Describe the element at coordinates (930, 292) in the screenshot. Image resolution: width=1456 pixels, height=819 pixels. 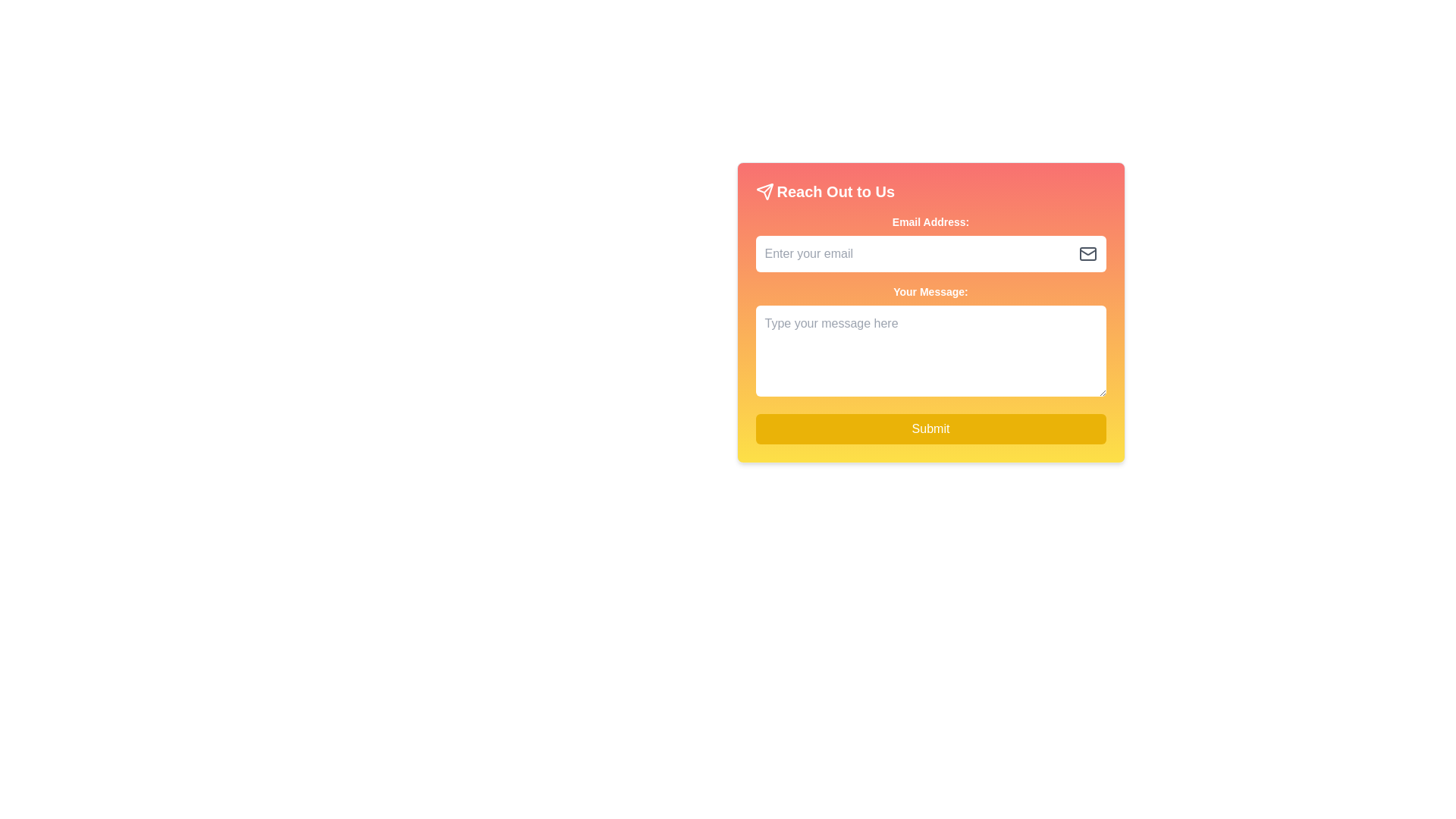
I see `the label that displays the bold white text 'Your Message:' which indicates the title for the following input field in the contact form` at that location.